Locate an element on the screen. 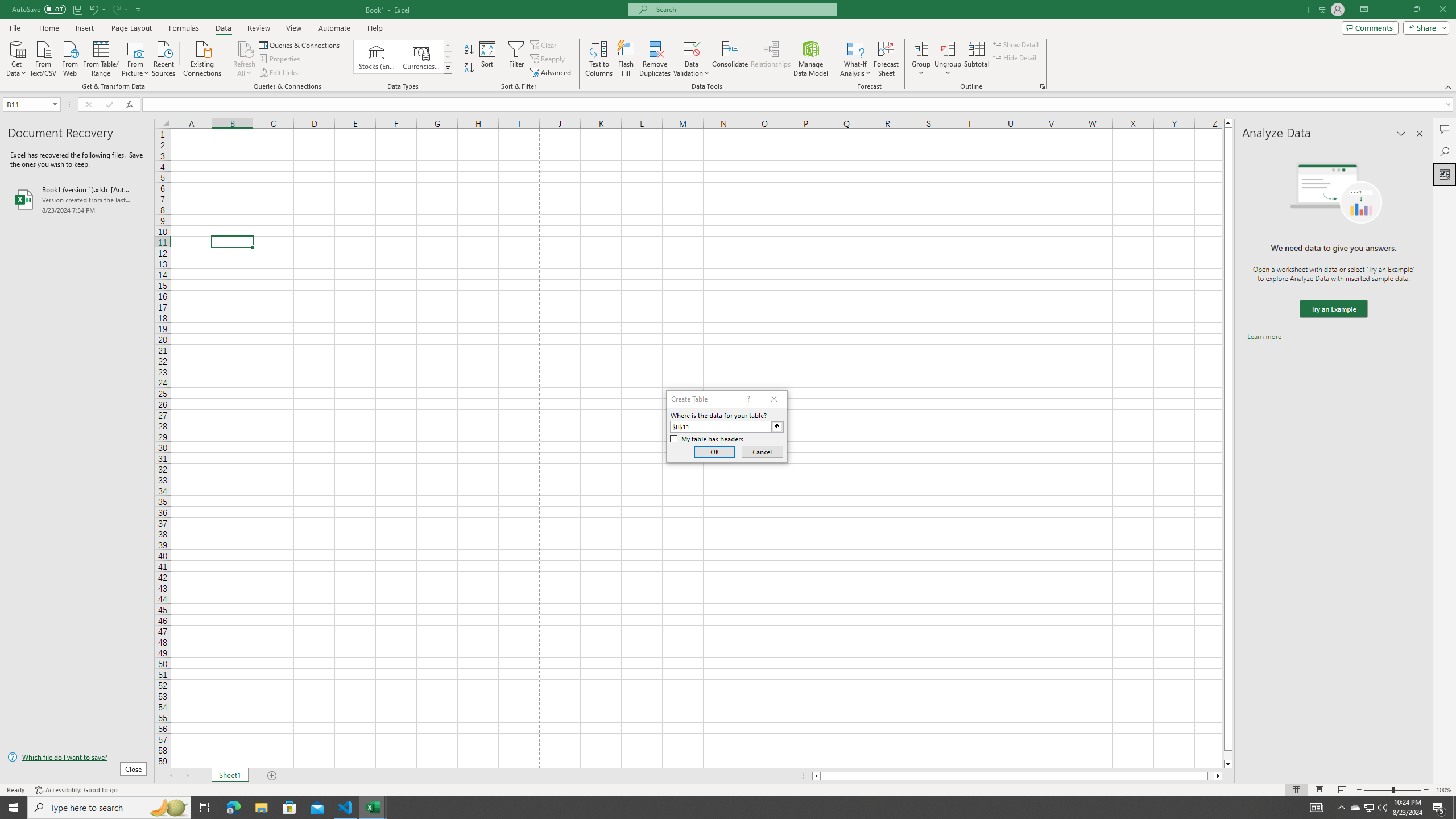  'AutomationID: ConvertToLinkedEntity' is located at coordinates (403, 56).